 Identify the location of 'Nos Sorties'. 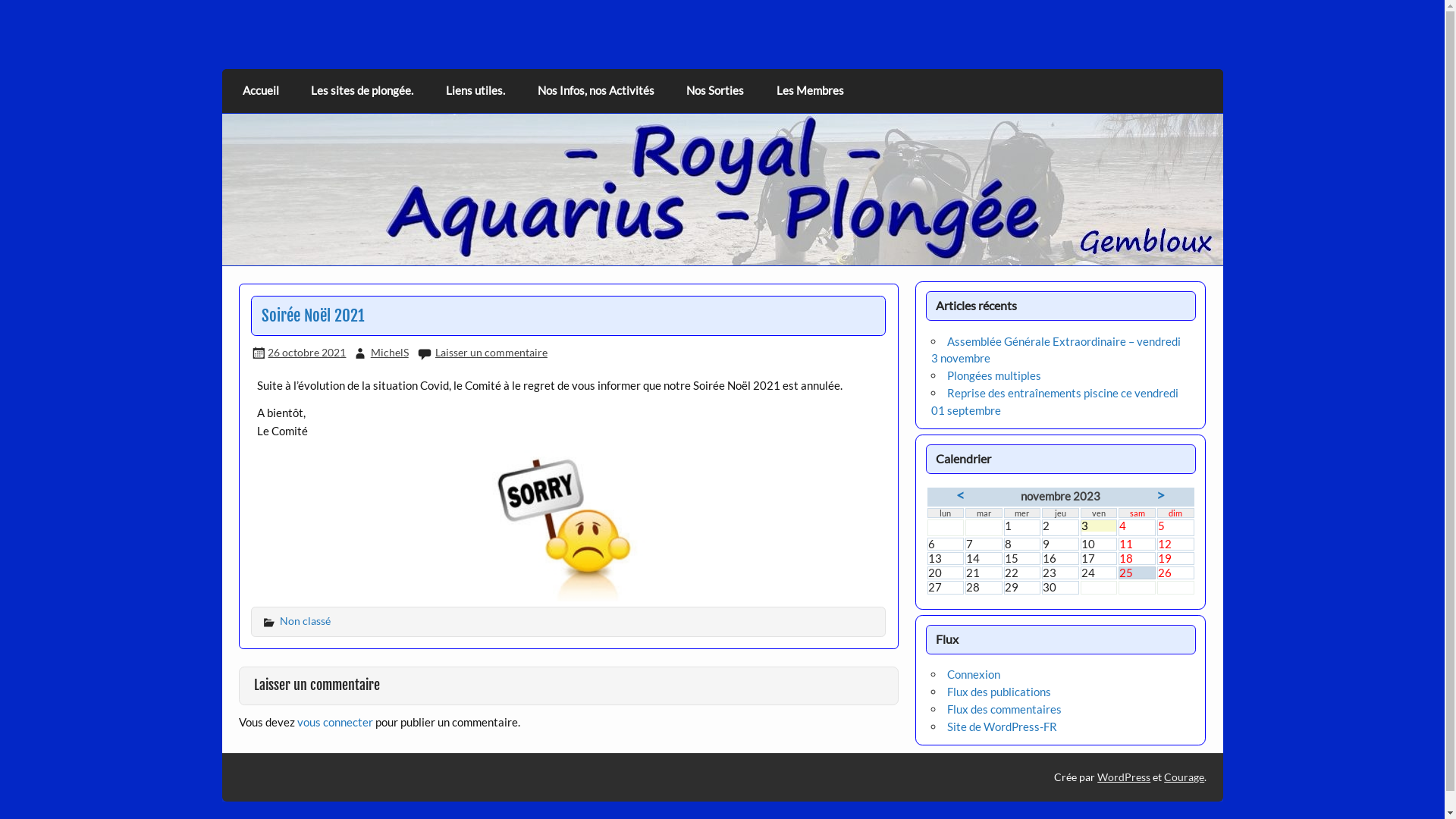
(714, 90).